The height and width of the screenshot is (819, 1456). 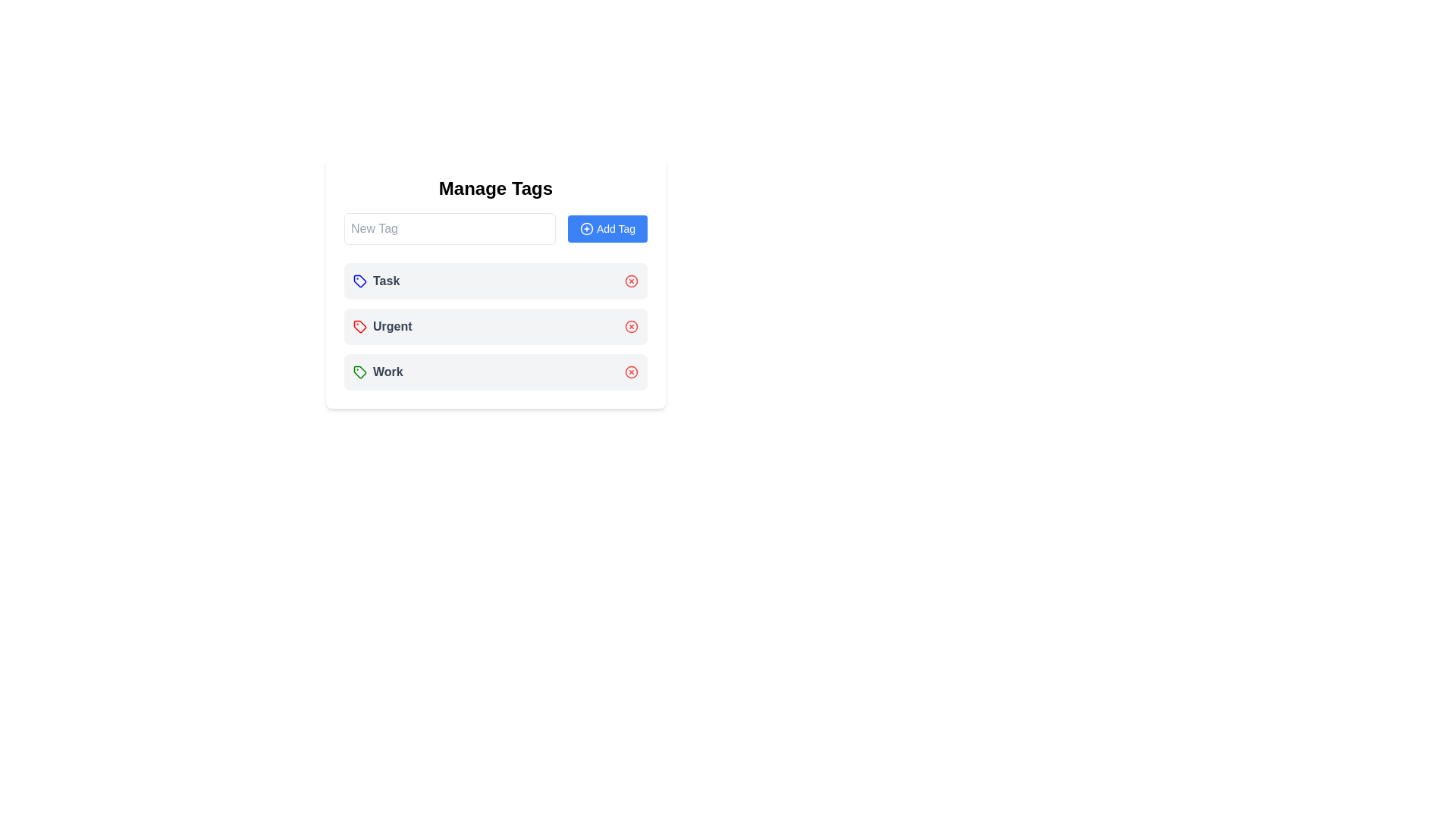 I want to click on the circular part of the delete icon for the 'Work' tag, which is located at the far right of the 'Work' list item in the bottom-most position of the three available list items, so click(x=632, y=372).